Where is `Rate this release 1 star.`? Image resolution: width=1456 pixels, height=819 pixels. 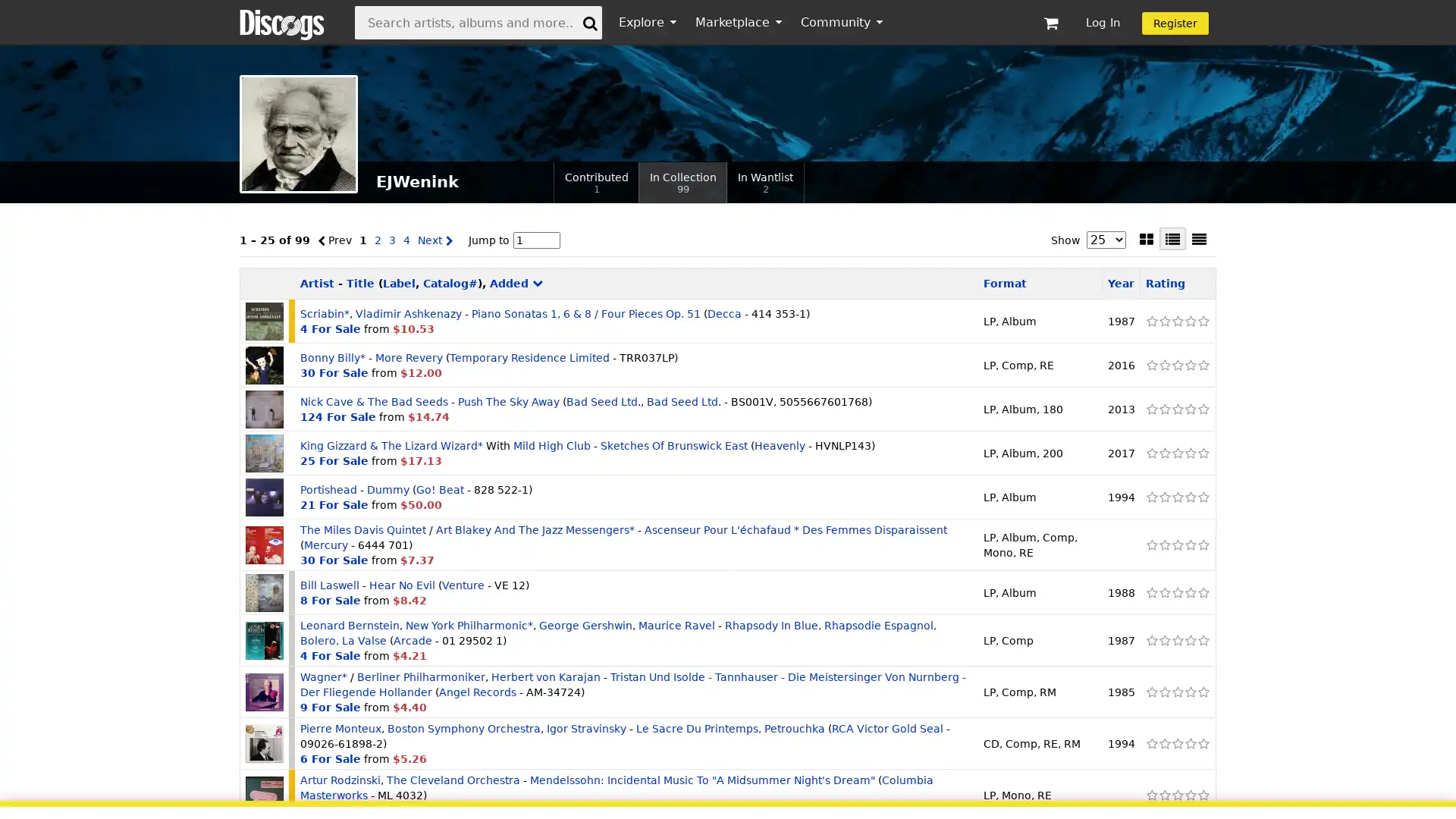 Rate this release 1 star. is located at coordinates (1151, 742).